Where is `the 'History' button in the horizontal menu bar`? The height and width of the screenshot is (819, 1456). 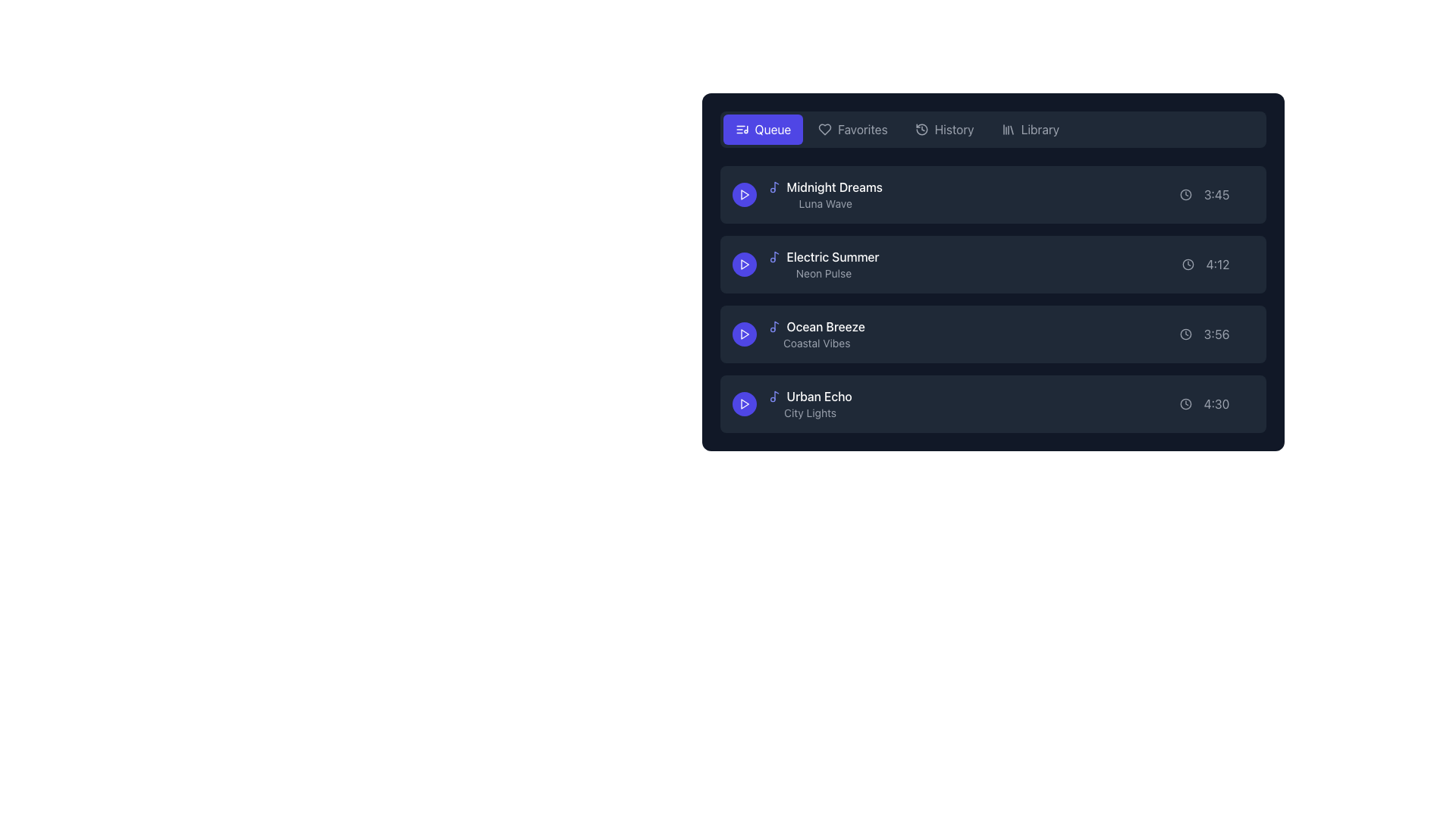 the 'History' button in the horizontal menu bar is located at coordinates (943, 128).